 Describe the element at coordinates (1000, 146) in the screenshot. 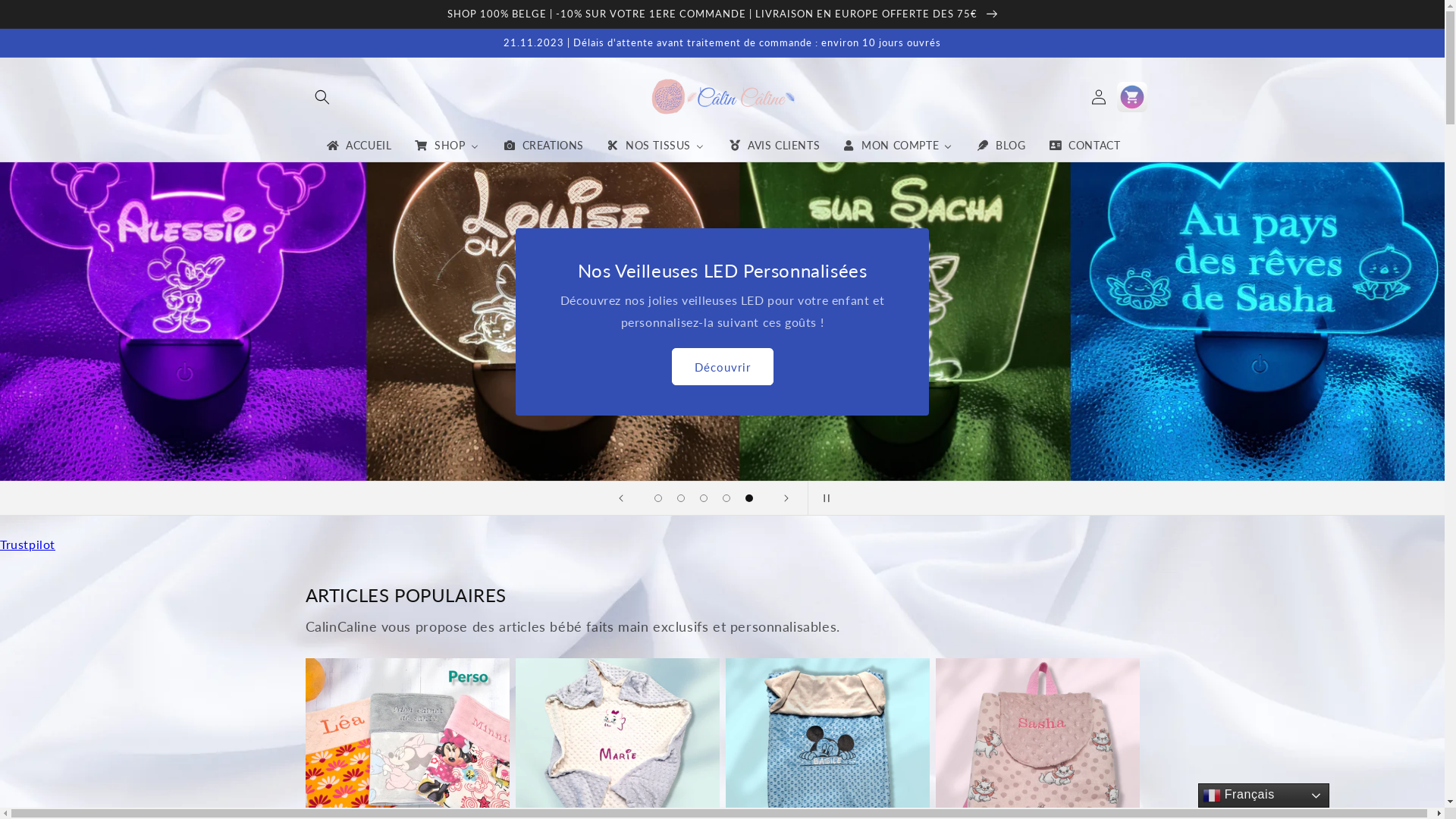

I see `'BLOG'` at that location.